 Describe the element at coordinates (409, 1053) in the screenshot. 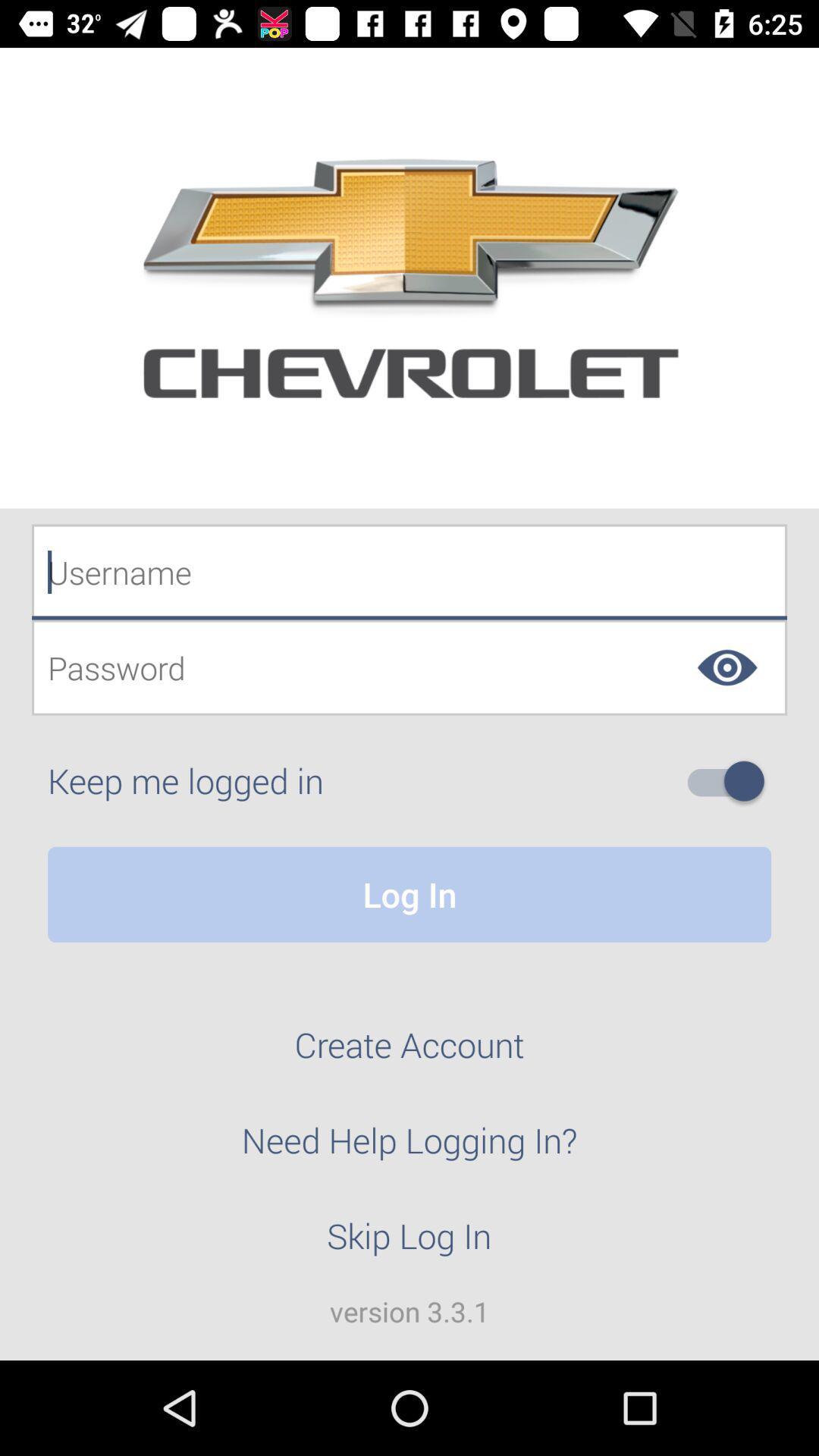

I see `the create account icon` at that location.